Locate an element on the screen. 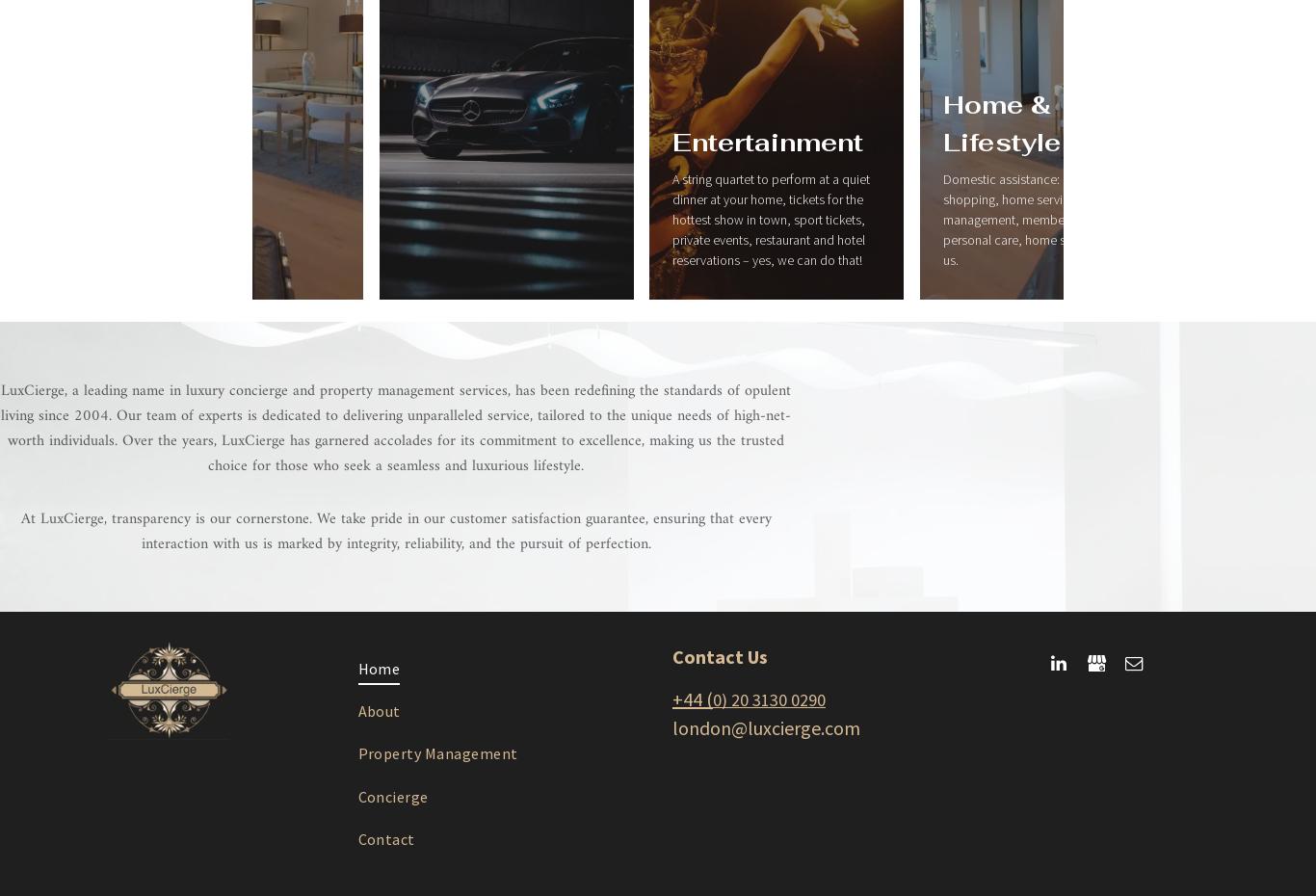 This screenshot has height=896, width=1316. 'Three or four countries in one day with private car hire, chauffer service, airport transport, private jet and a raft of special arrangements – this is what we do best!' is located at coordinates (655, 343).